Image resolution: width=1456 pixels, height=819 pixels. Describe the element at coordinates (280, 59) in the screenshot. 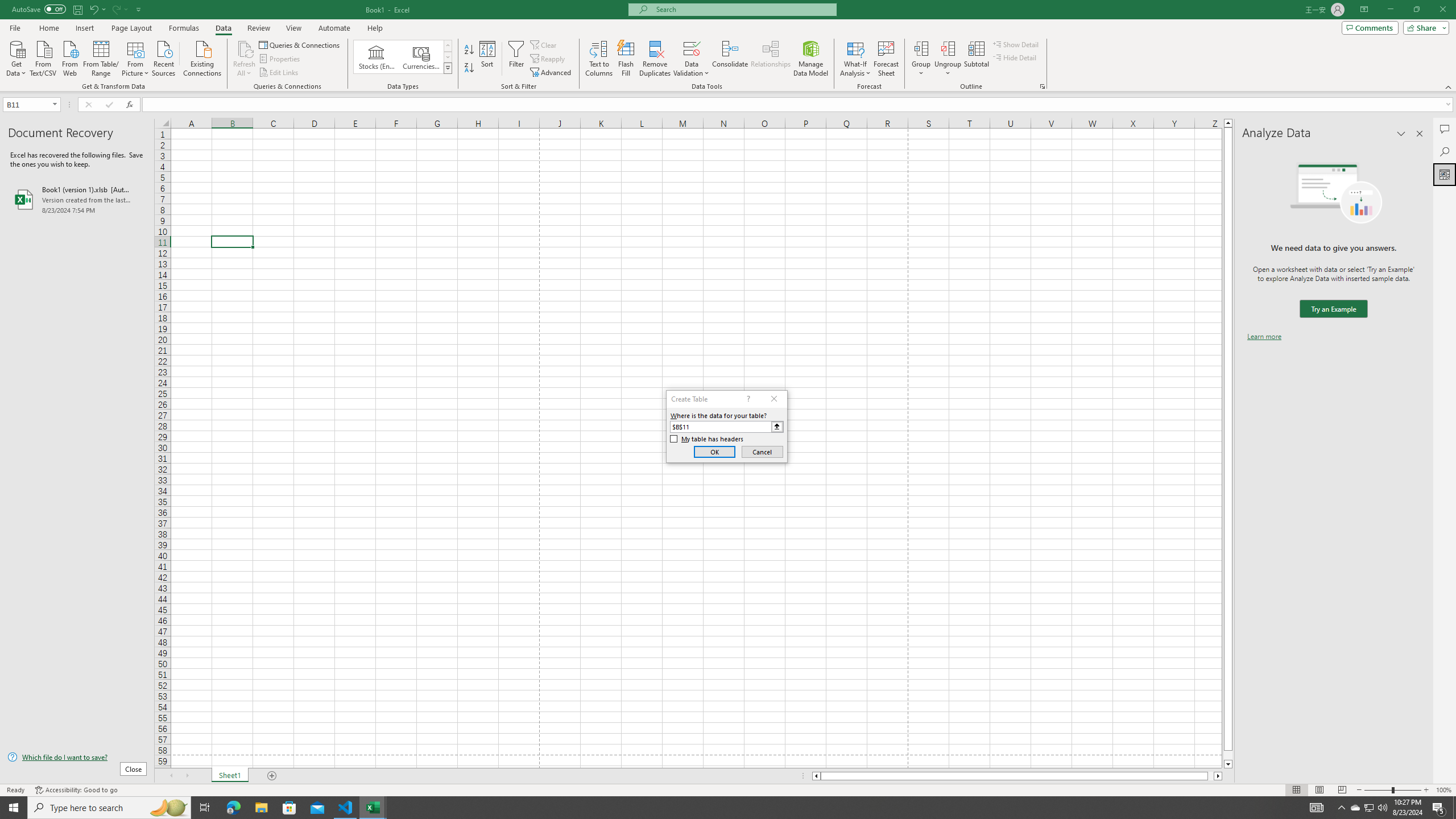

I see `'Properties'` at that location.